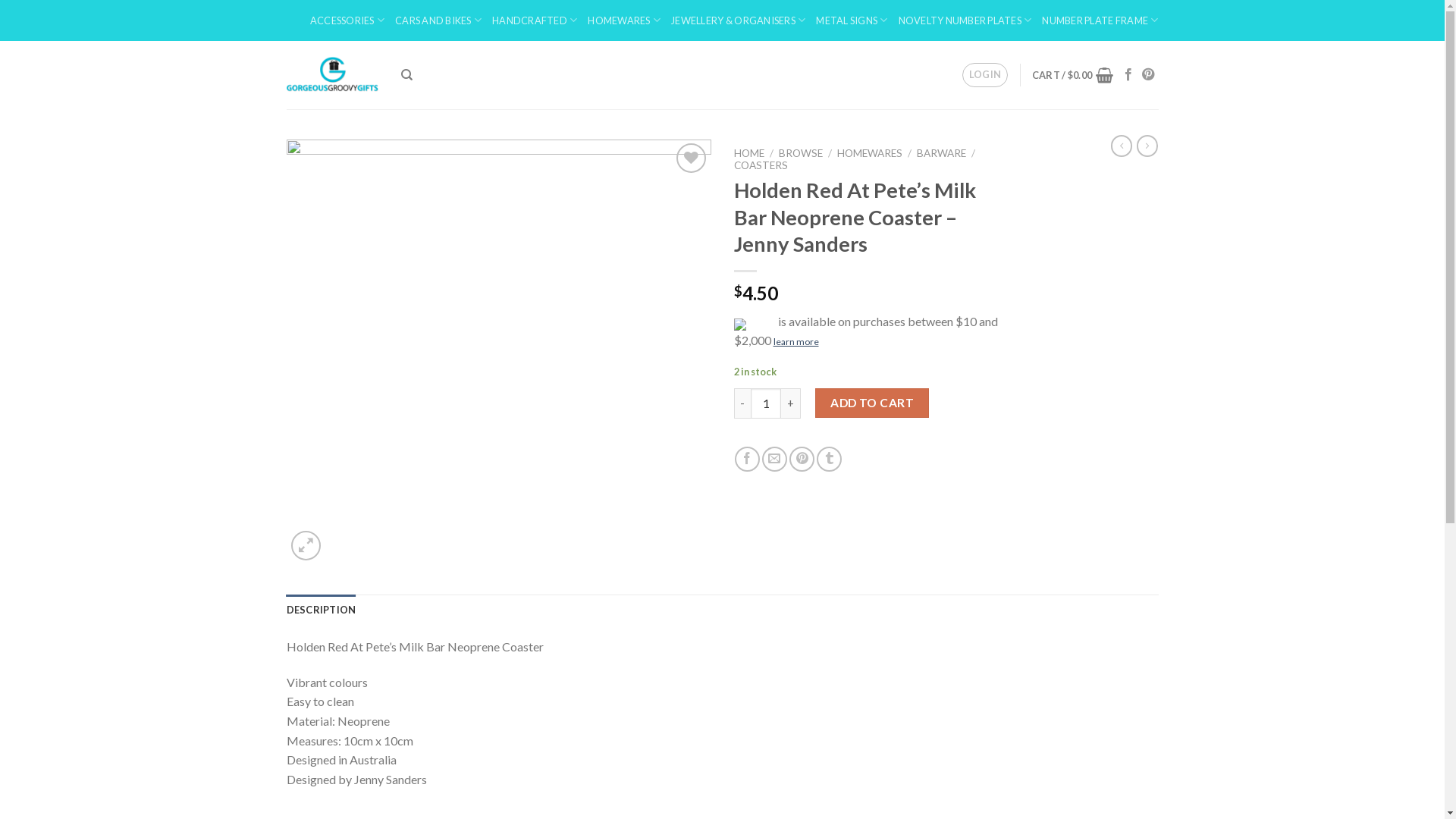 This screenshot has width=1456, height=819. Describe the element at coordinates (852, 20) in the screenshot. I see `'METAL SIGNS'` at that location.